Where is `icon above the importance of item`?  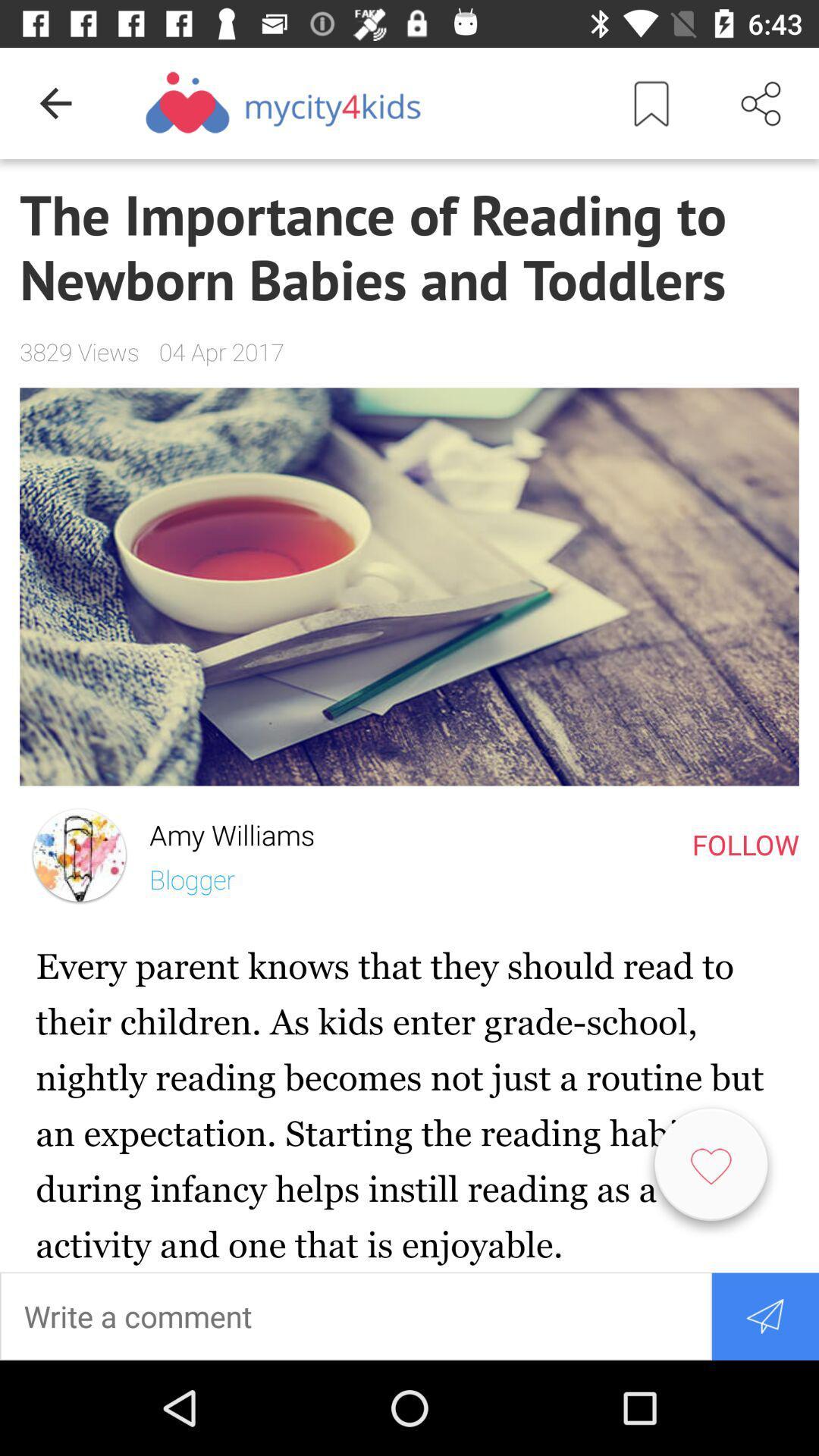 icon above the importance of item is located at coordinates (651, 102).